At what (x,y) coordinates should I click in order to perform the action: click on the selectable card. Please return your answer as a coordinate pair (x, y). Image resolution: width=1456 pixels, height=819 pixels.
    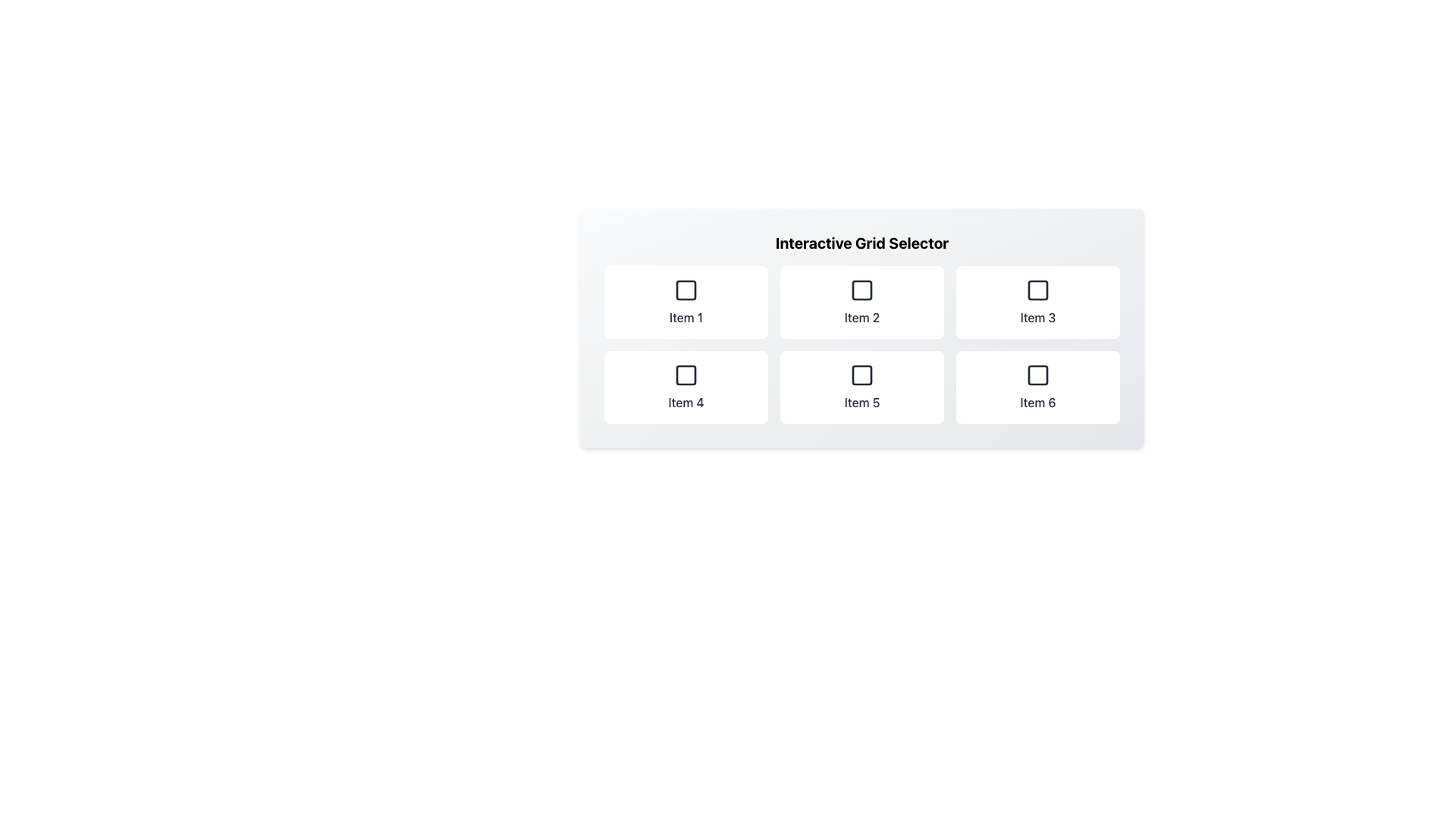
    Looking at the image, I should click on (1037, 302).